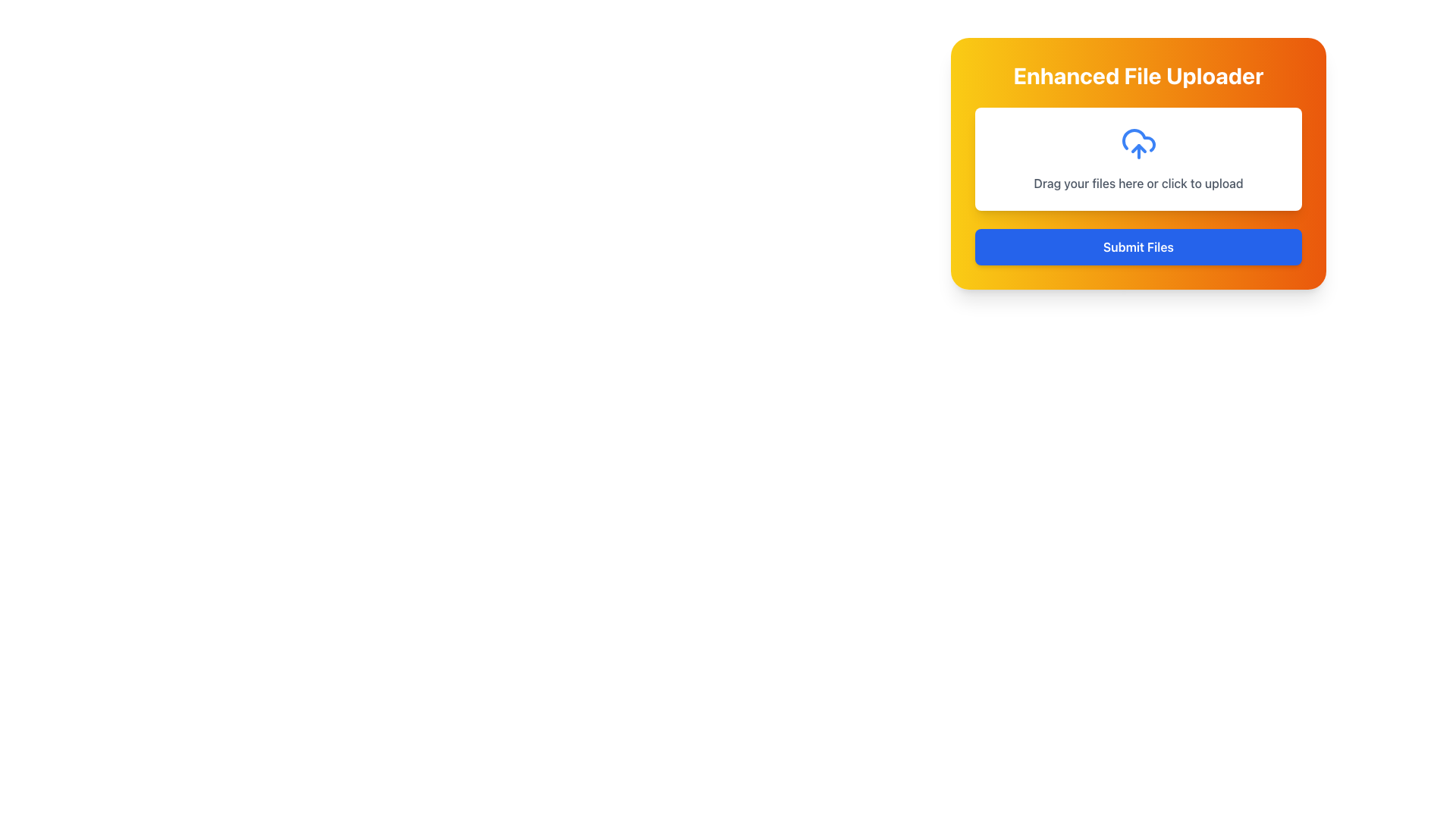 This screenshot has height=819, width=1456. What do you see at coordinates (1138, 158) in the screenshot?
I see `the File upload component, which has a white background, a blue upload icon, and the text 'Drag your files here or click to upload'` at bounding box center [1138, 158].